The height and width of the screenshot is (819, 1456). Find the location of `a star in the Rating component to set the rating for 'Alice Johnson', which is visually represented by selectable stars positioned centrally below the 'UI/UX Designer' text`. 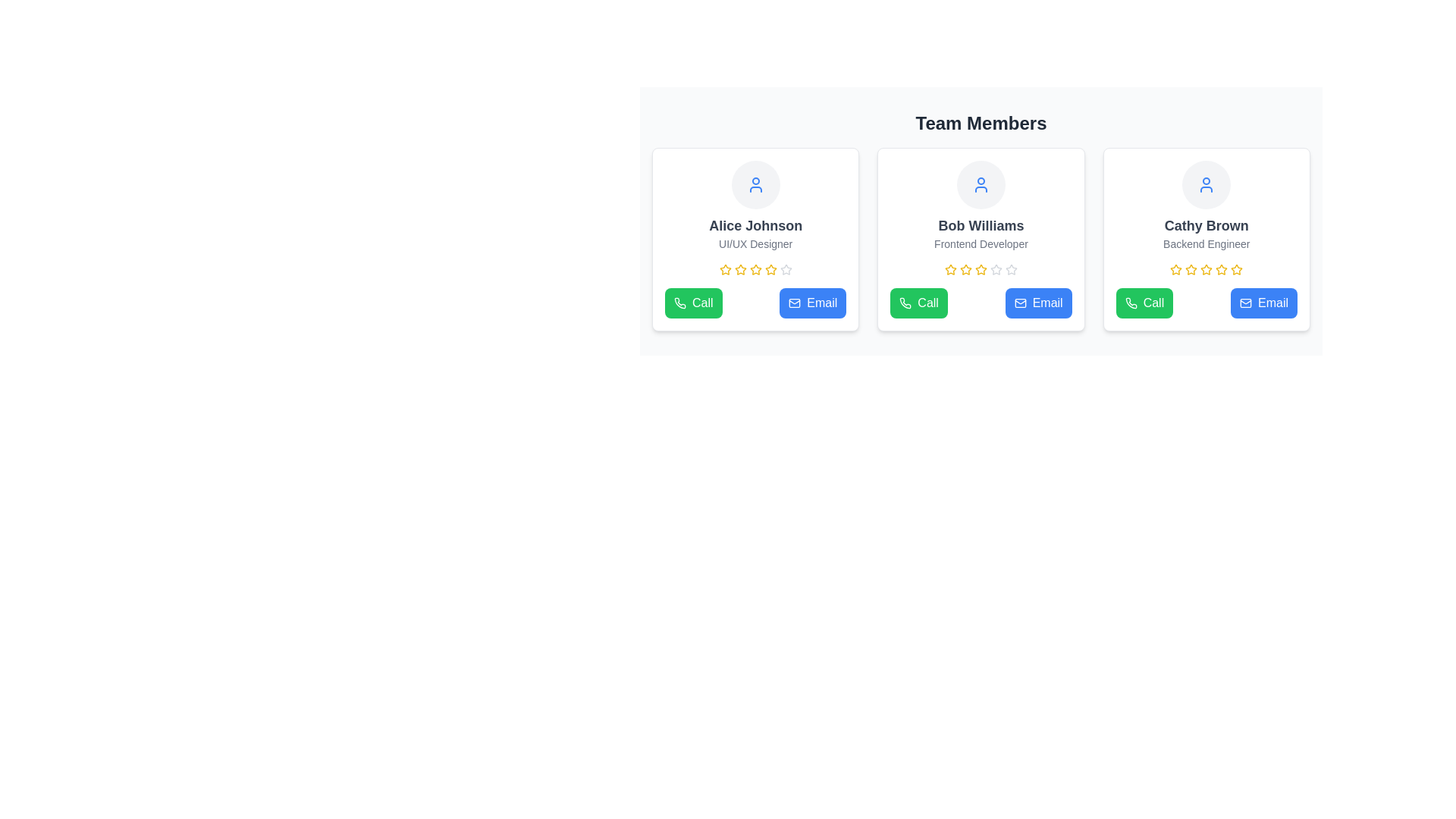

a star in the Rating component to set the rating for 'Alice Johnson', which is visually represented by selectable stars positioned centrally below the 'UI/UX Designer' text is located at coordinates (755, 268).